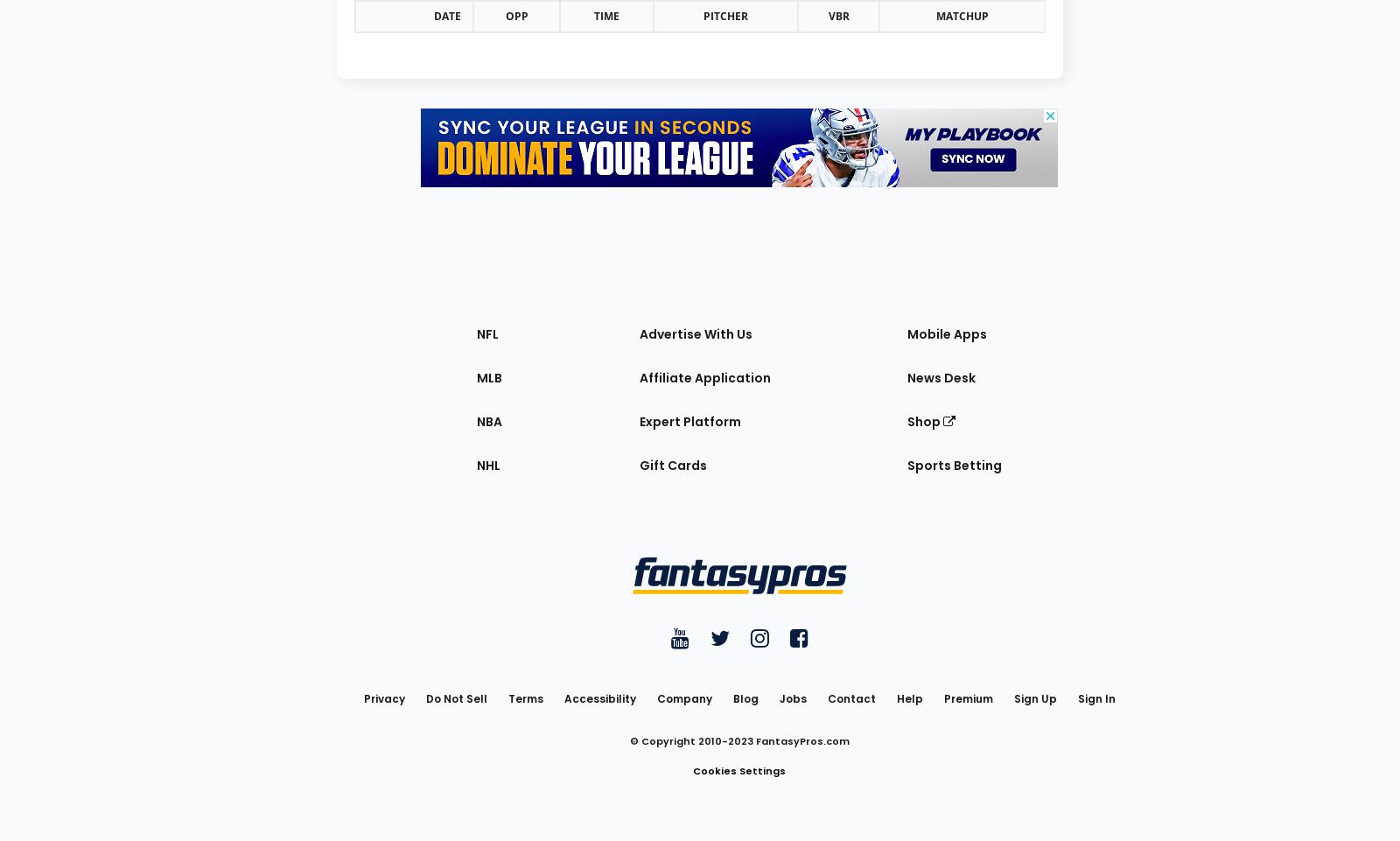 The height and width of the screenshot is (841, 1400). Describe the element at coordinates (487, 464) in the screenshot. I see `'NHL'` at that location.